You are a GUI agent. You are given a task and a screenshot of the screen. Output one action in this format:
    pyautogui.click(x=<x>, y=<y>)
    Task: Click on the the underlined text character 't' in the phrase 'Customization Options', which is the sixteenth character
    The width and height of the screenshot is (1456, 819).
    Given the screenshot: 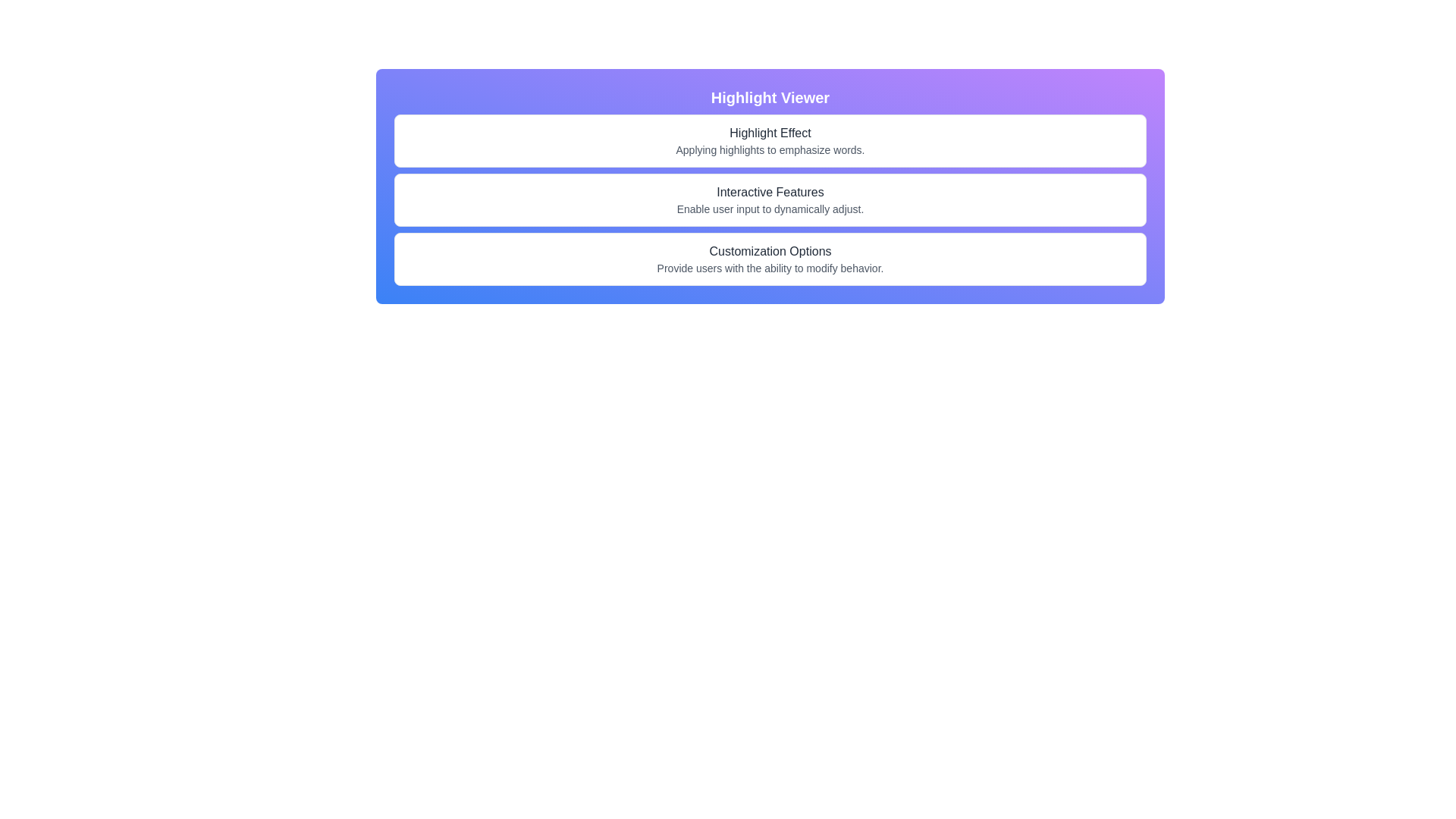 What is the action you would take?
    pyautogui.click(x=807, y=250)
    